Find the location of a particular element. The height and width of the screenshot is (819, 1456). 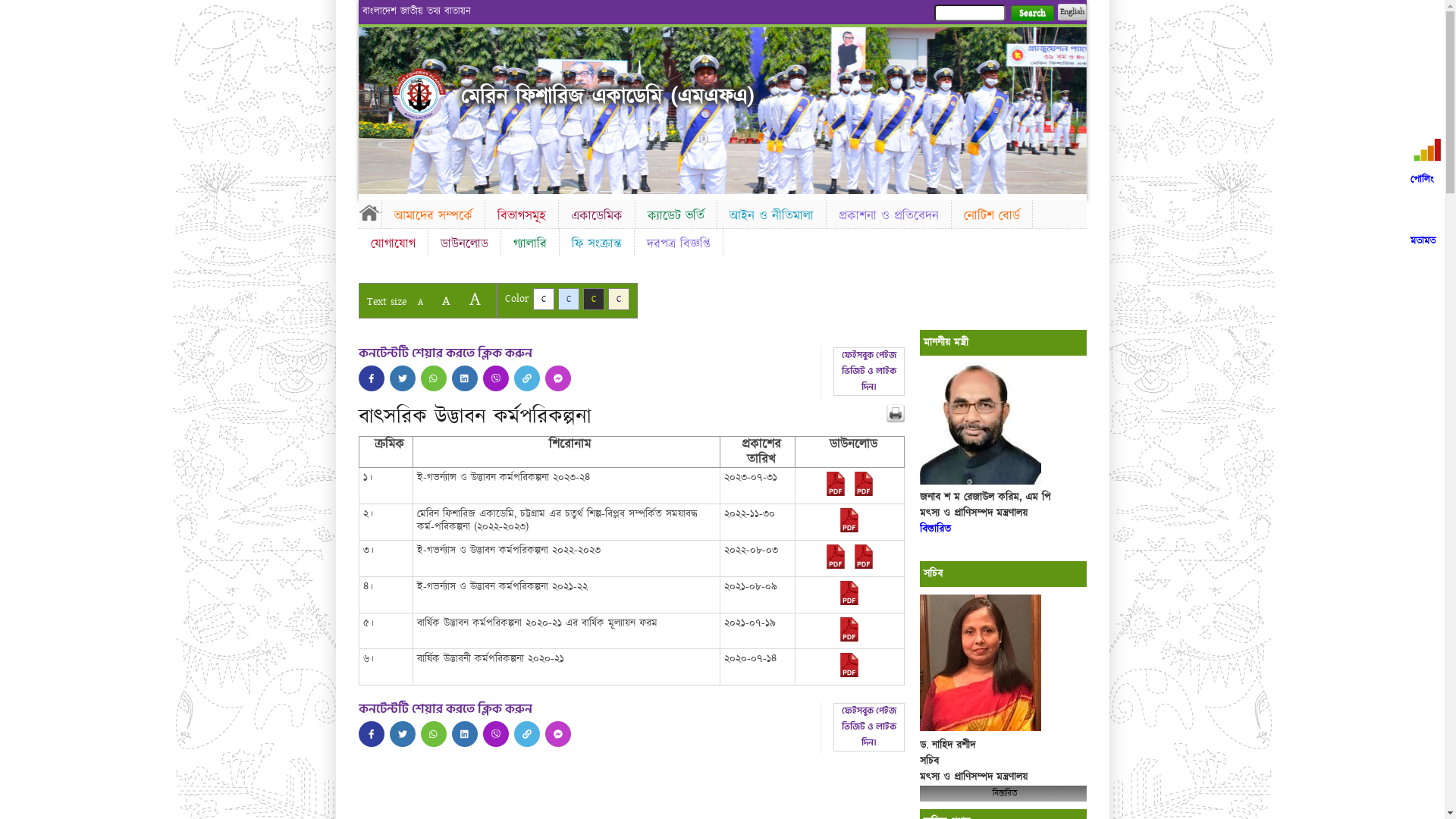

'C' is located at coordinates (592, 299).